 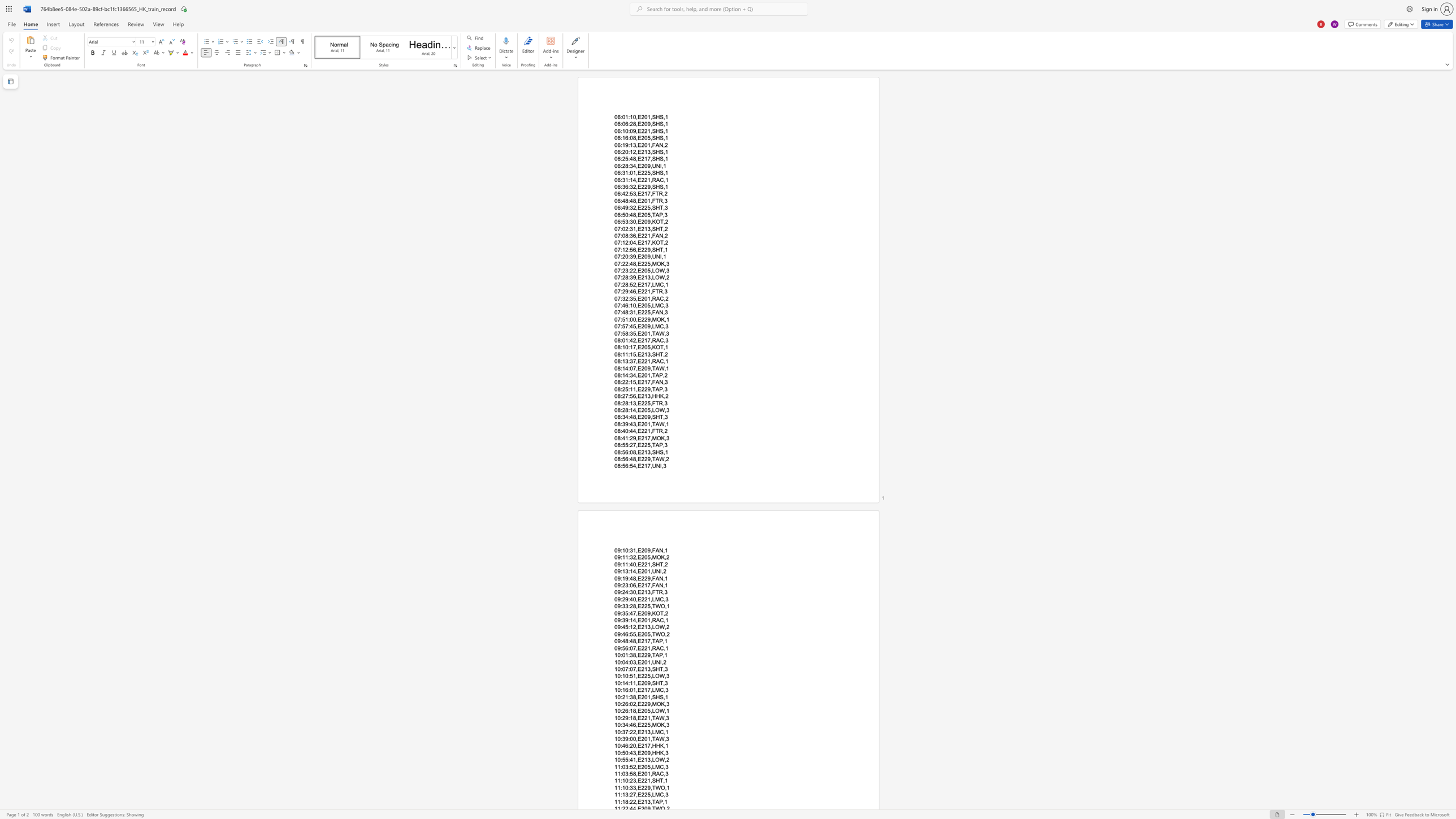 I want to click on the space between the continuous character "0" and "9" in the text, so click(x=617, y=626).